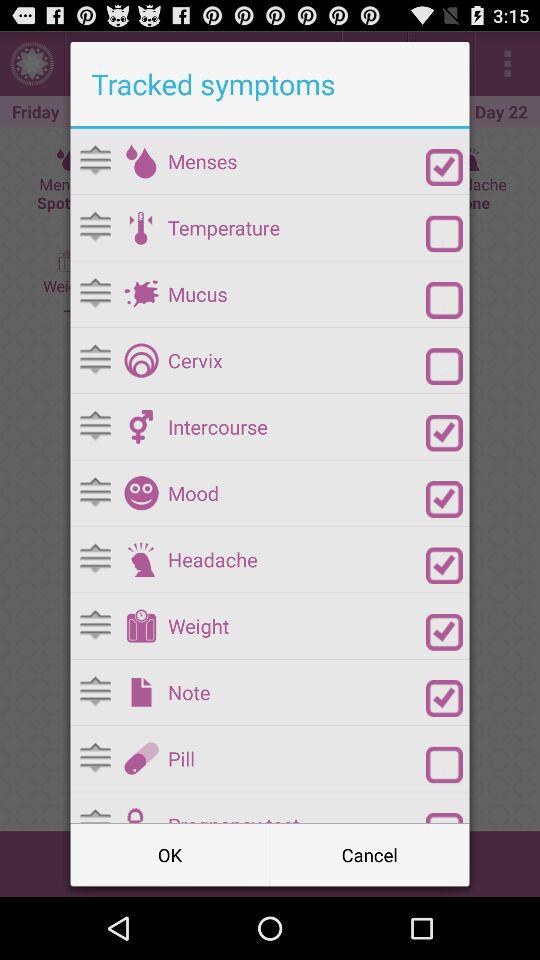 The height and width of the screenshot is (960, 540). Describe the element at coordinates (296, 625) in the screenshot. I see `weight app` at that location.